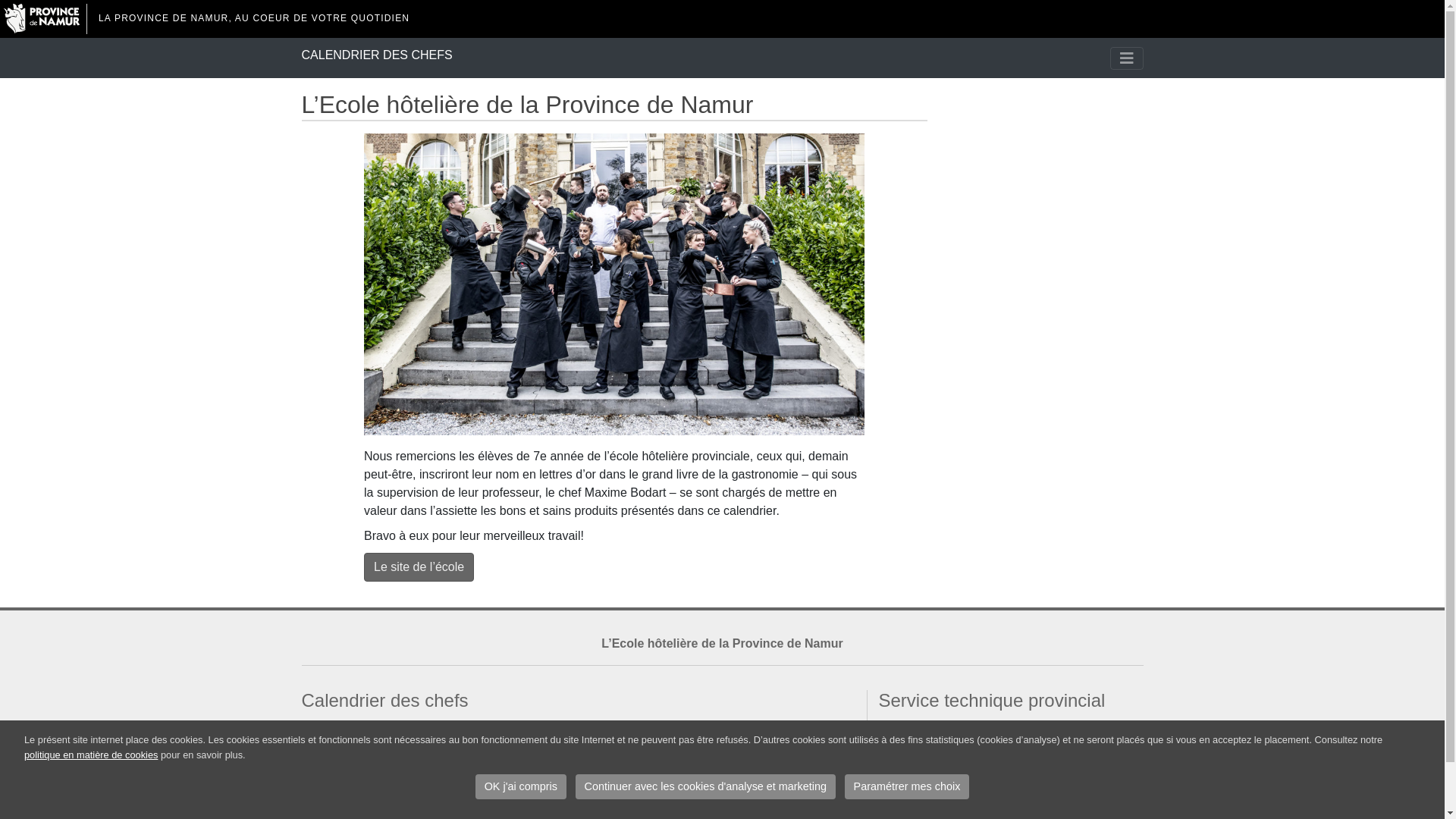 Image resolution: width=1456 pixels, height=819 pixels. I want to click on 'Continuer avec les cookies d'analyse et marketing', so click(705, 786).